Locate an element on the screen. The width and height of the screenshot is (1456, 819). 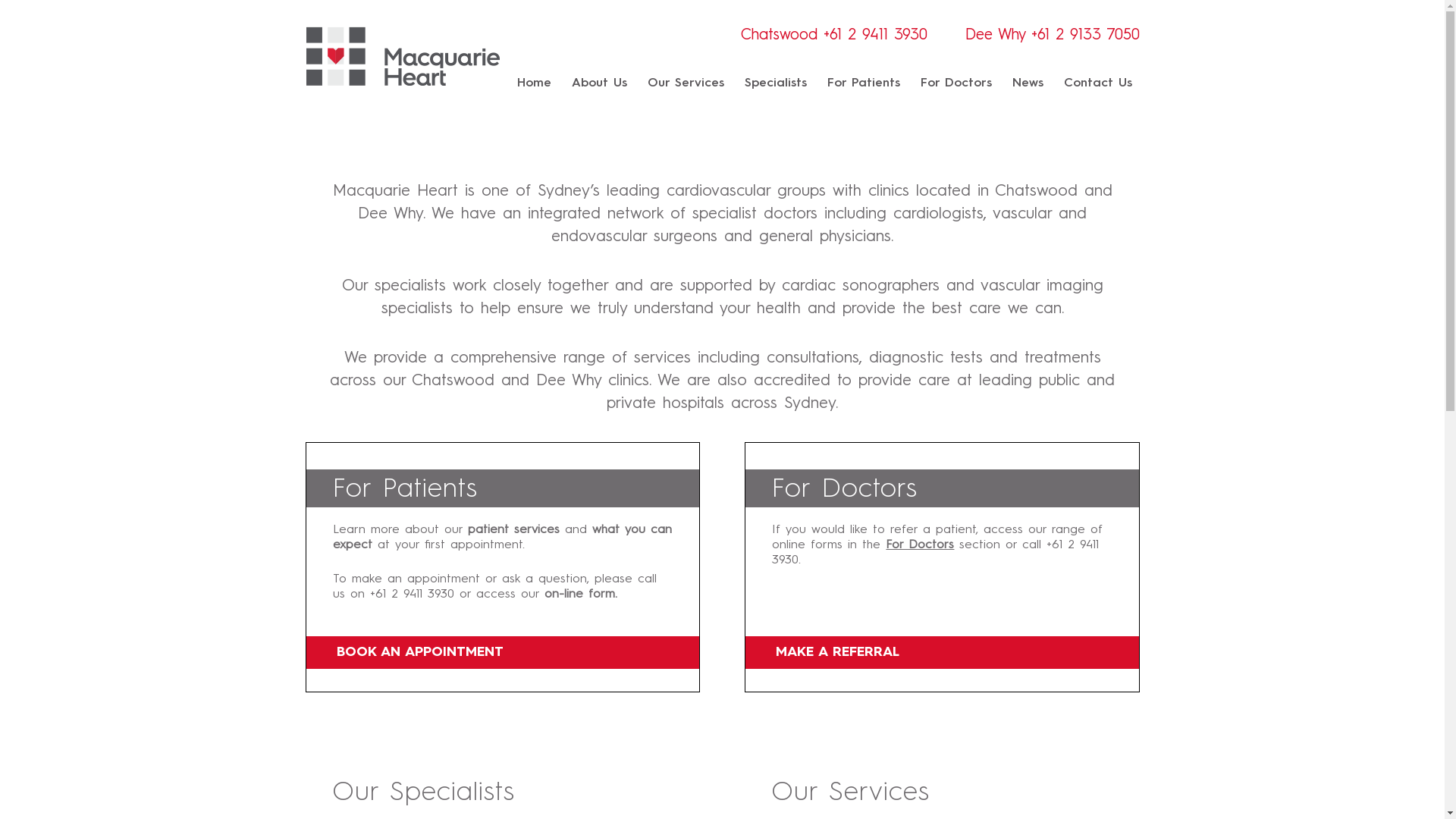
'For Doctors' is located at coordinates (885, 544).